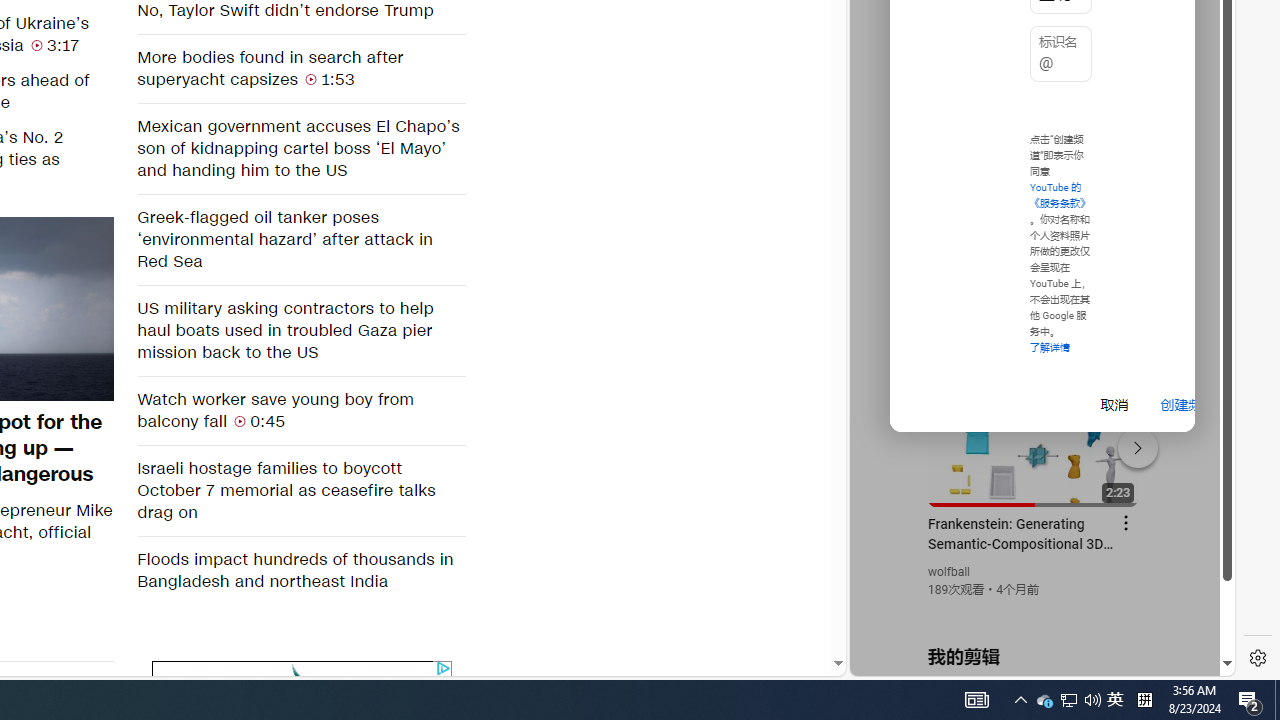  I want to click on 'More bodies found in search after superyacht capsizes 1:53', so click(300, 67).